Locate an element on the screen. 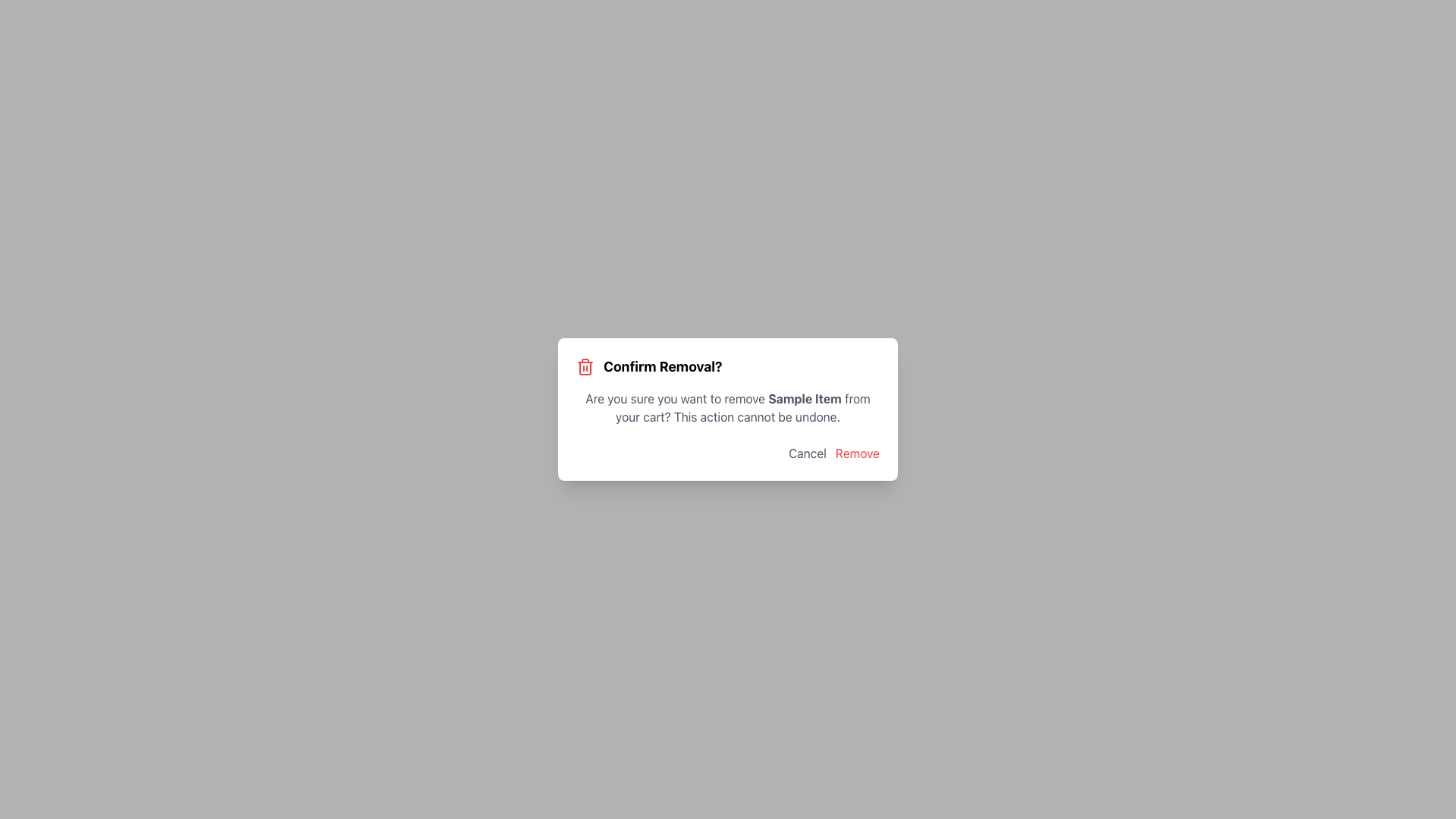 Image resolution: width=1456 pixels, height=819 pixels. the red 'Remove' button located in the bottom-right corner of the dialog box to confirm removal is located at coordinates (858, 452).